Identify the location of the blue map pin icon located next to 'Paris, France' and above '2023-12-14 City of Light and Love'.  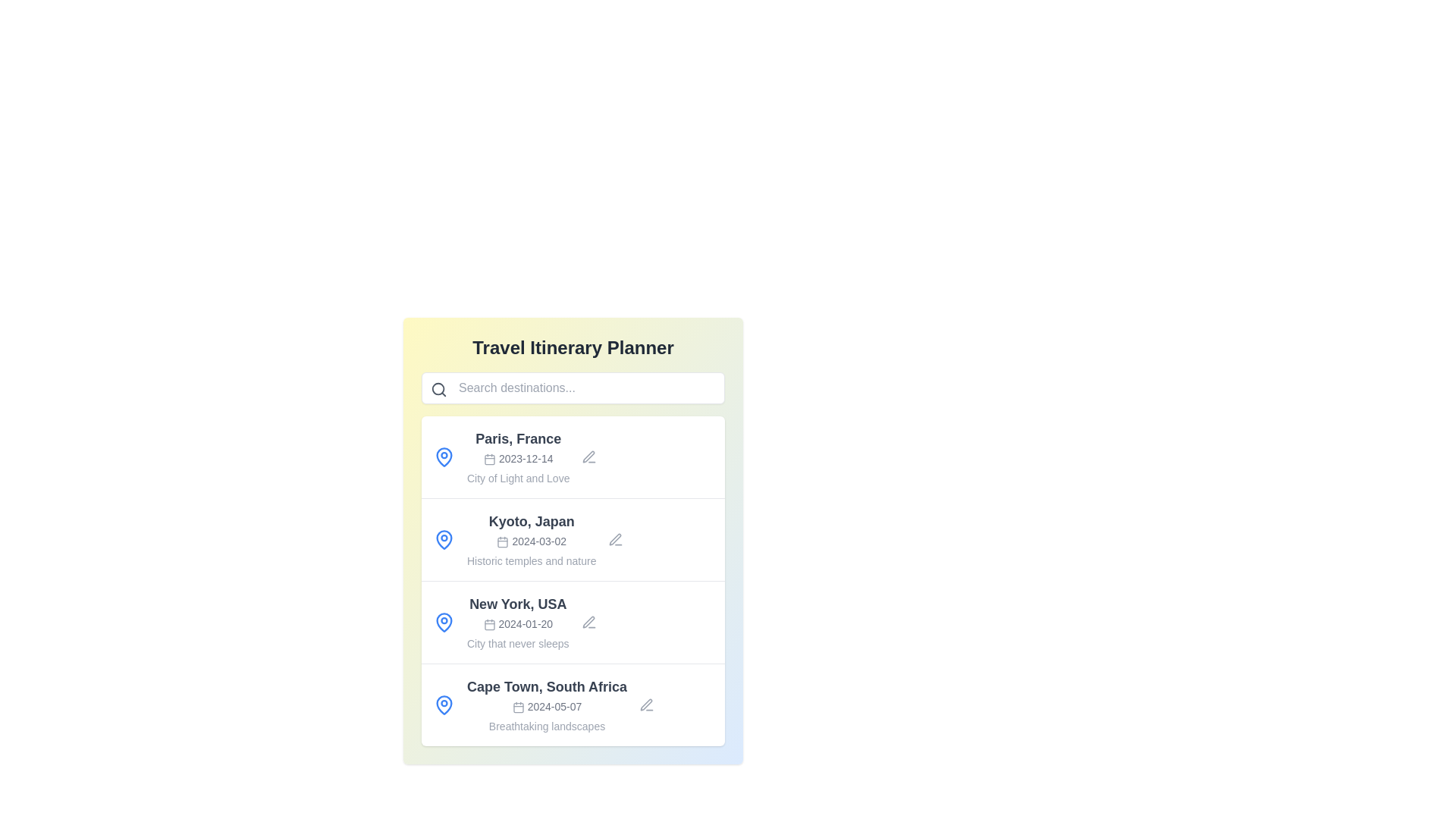
(443, 456).